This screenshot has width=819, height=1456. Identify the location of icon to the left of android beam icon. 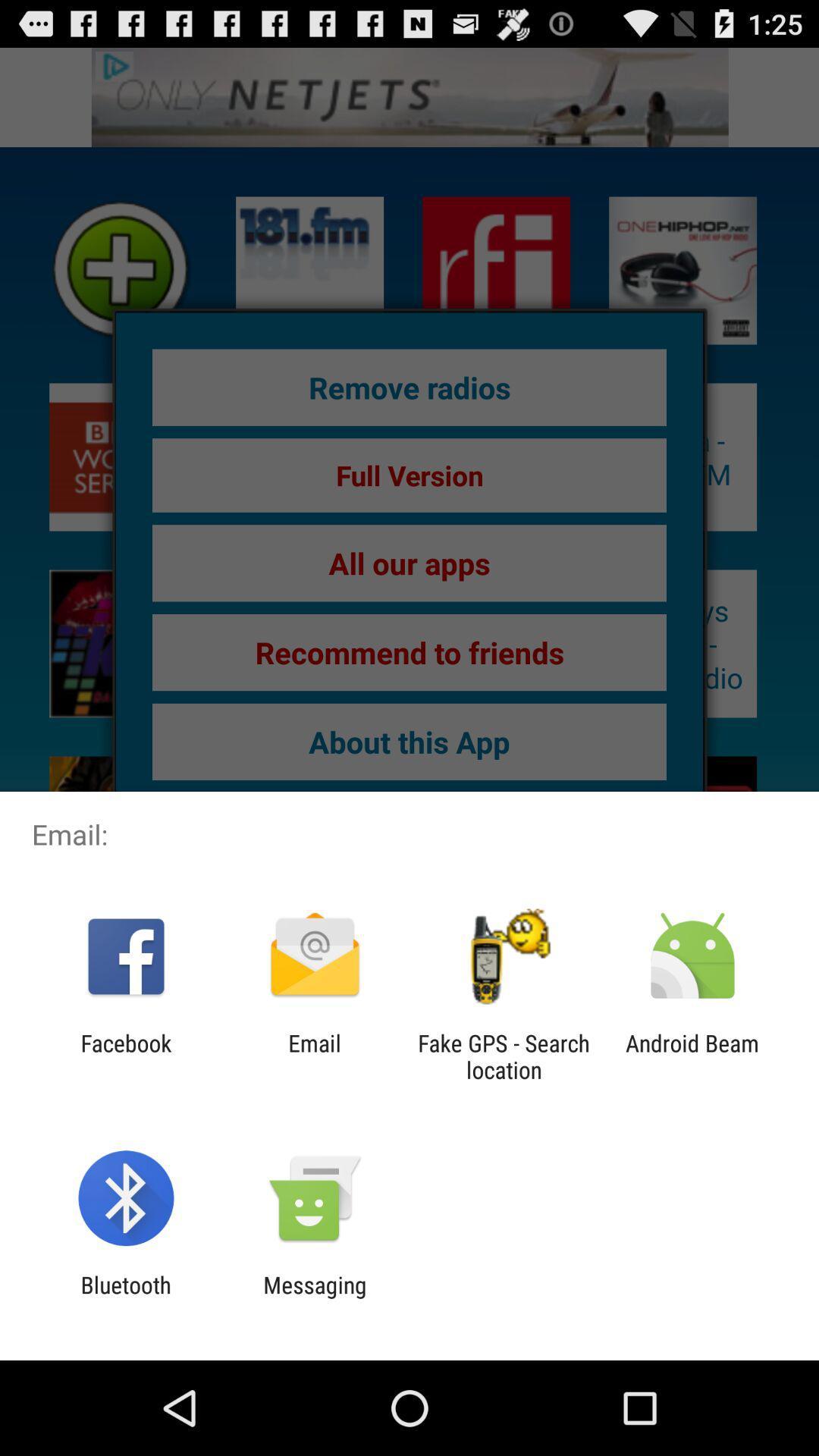
(504, 1056).